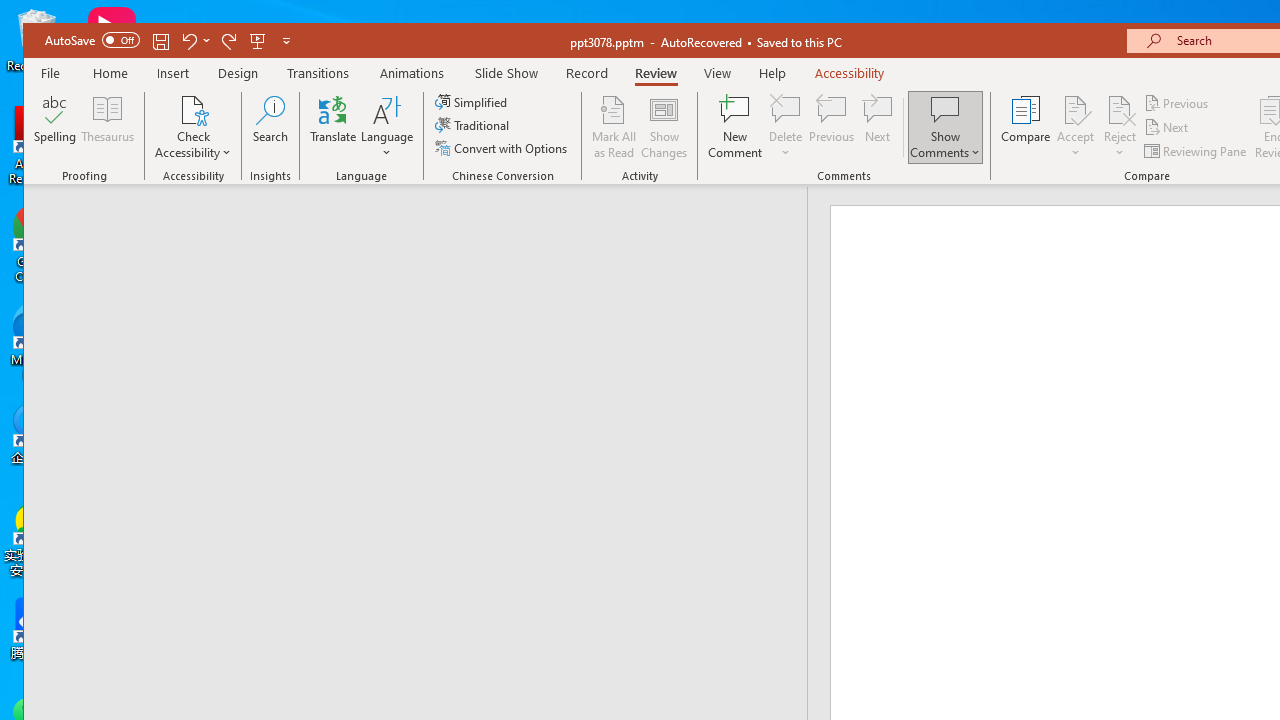  Describe the element at coordinates (238, 72) in the screenshot. I see `'Design'` at that location.